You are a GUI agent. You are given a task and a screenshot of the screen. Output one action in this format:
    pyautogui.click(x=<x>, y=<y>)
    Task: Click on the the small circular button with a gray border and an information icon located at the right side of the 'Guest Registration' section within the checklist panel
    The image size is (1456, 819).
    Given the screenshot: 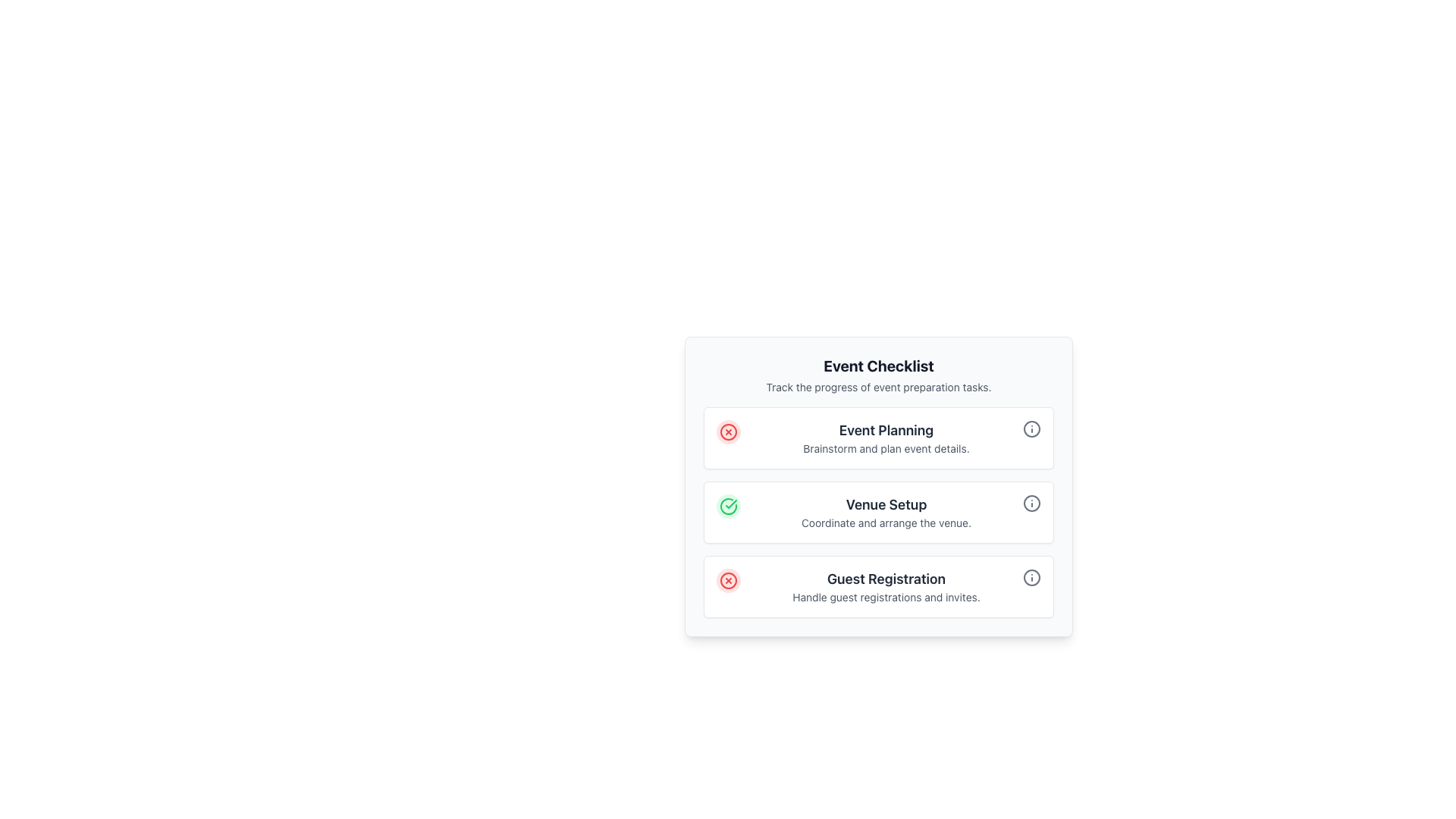 What is the action you would take?
    pyautogui.click(x=1031, y=578)
    